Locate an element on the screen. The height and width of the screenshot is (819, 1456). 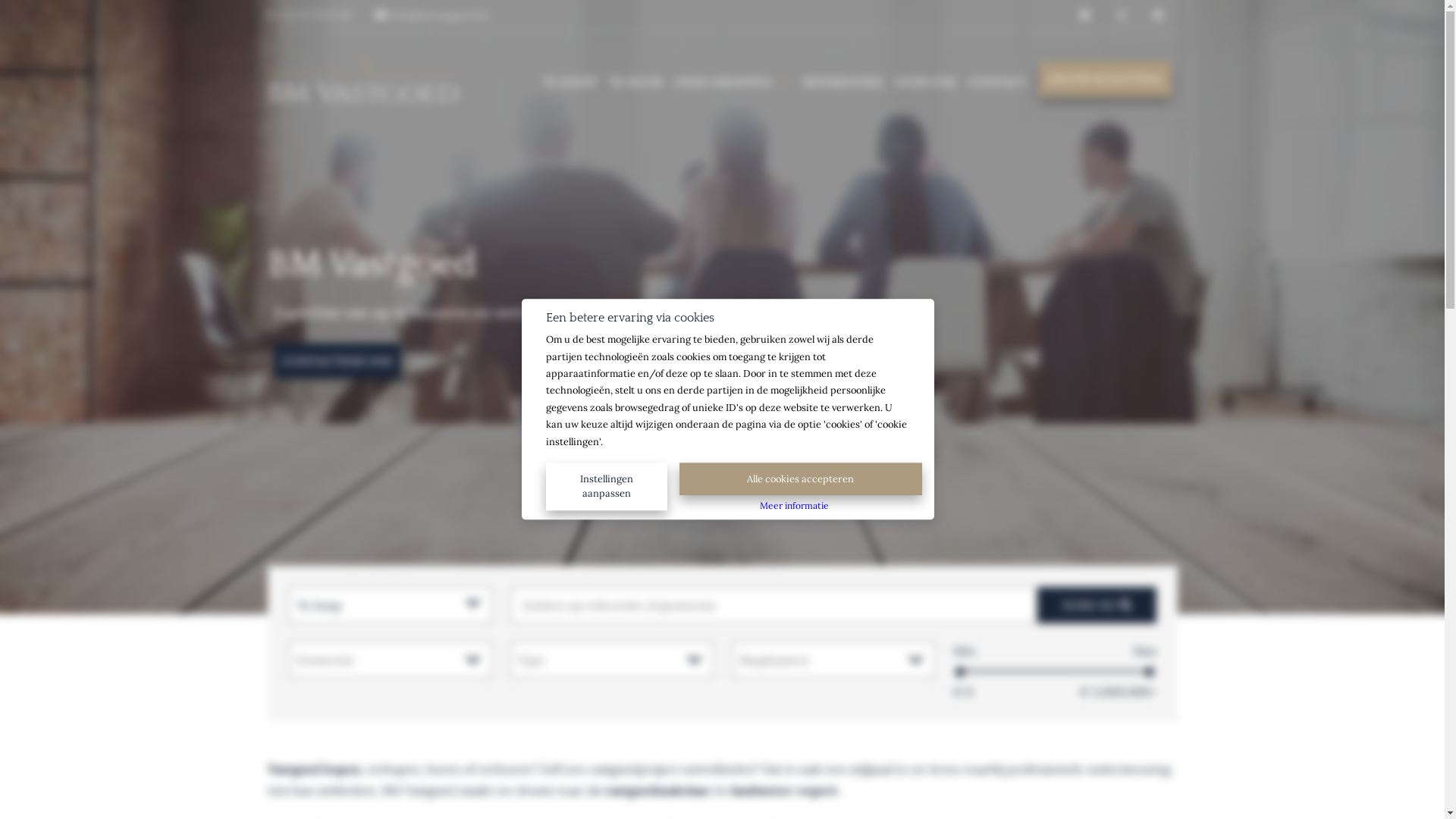
'Instellingen aanpassen' is located at coordinates (612, 476).